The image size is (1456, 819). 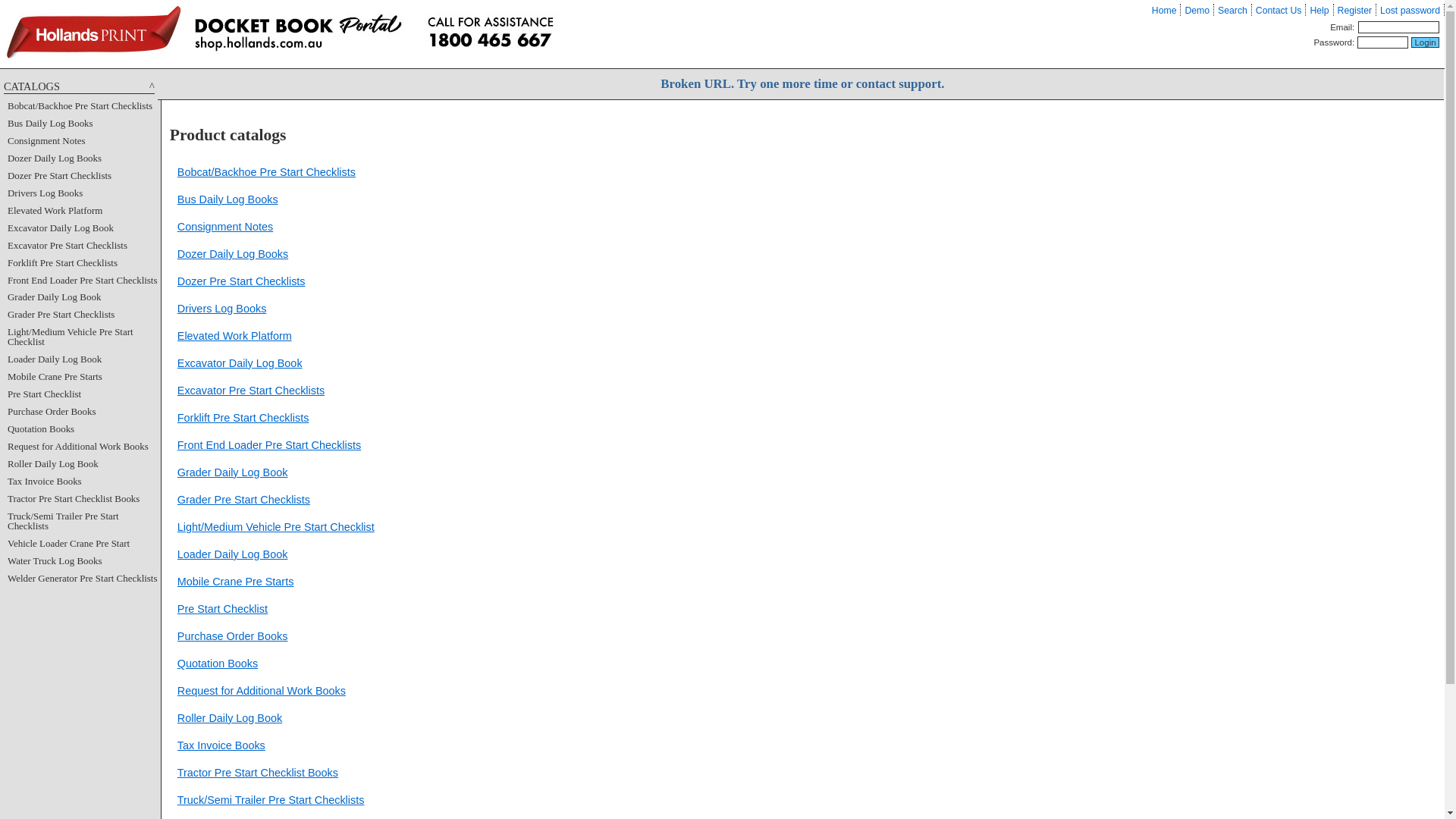 What do you see at coordinates (1354, 11) in the screenshot?
I see `'Register'` at bounding box center [1354, 11].